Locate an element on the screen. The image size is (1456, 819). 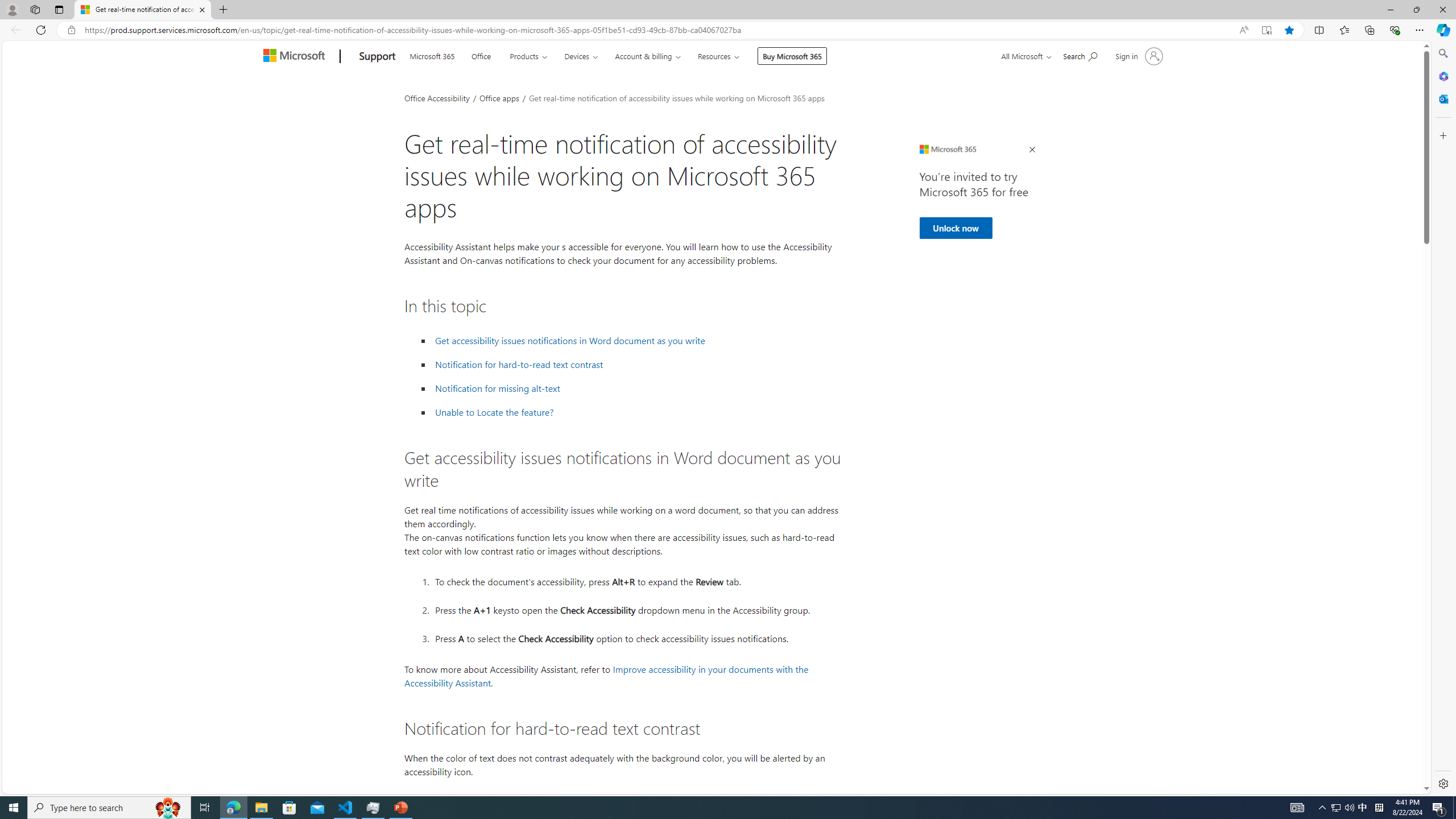
'Browser essentials' is located at coordinates (1394, 29).